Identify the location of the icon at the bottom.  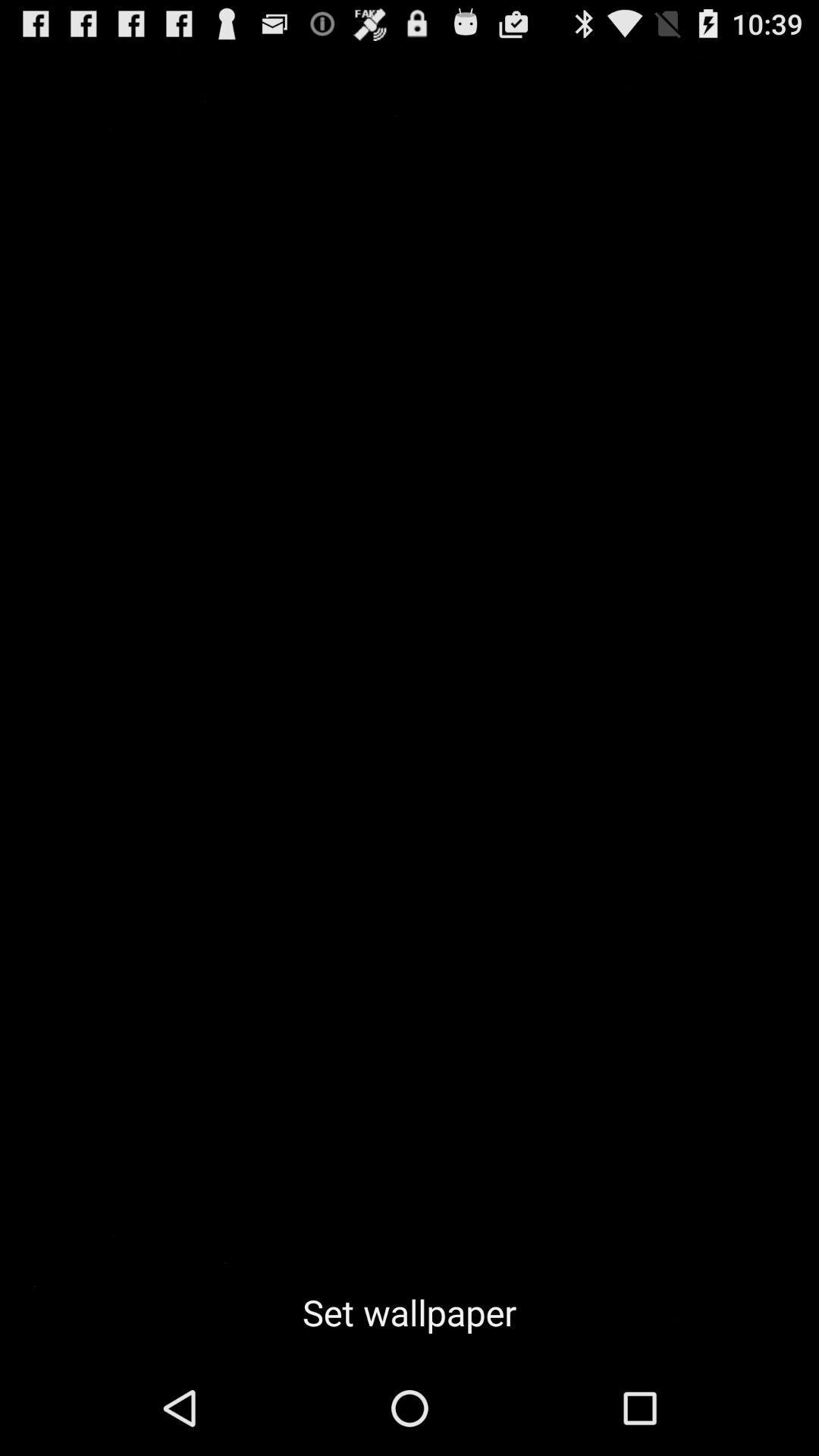
(409, 1312).